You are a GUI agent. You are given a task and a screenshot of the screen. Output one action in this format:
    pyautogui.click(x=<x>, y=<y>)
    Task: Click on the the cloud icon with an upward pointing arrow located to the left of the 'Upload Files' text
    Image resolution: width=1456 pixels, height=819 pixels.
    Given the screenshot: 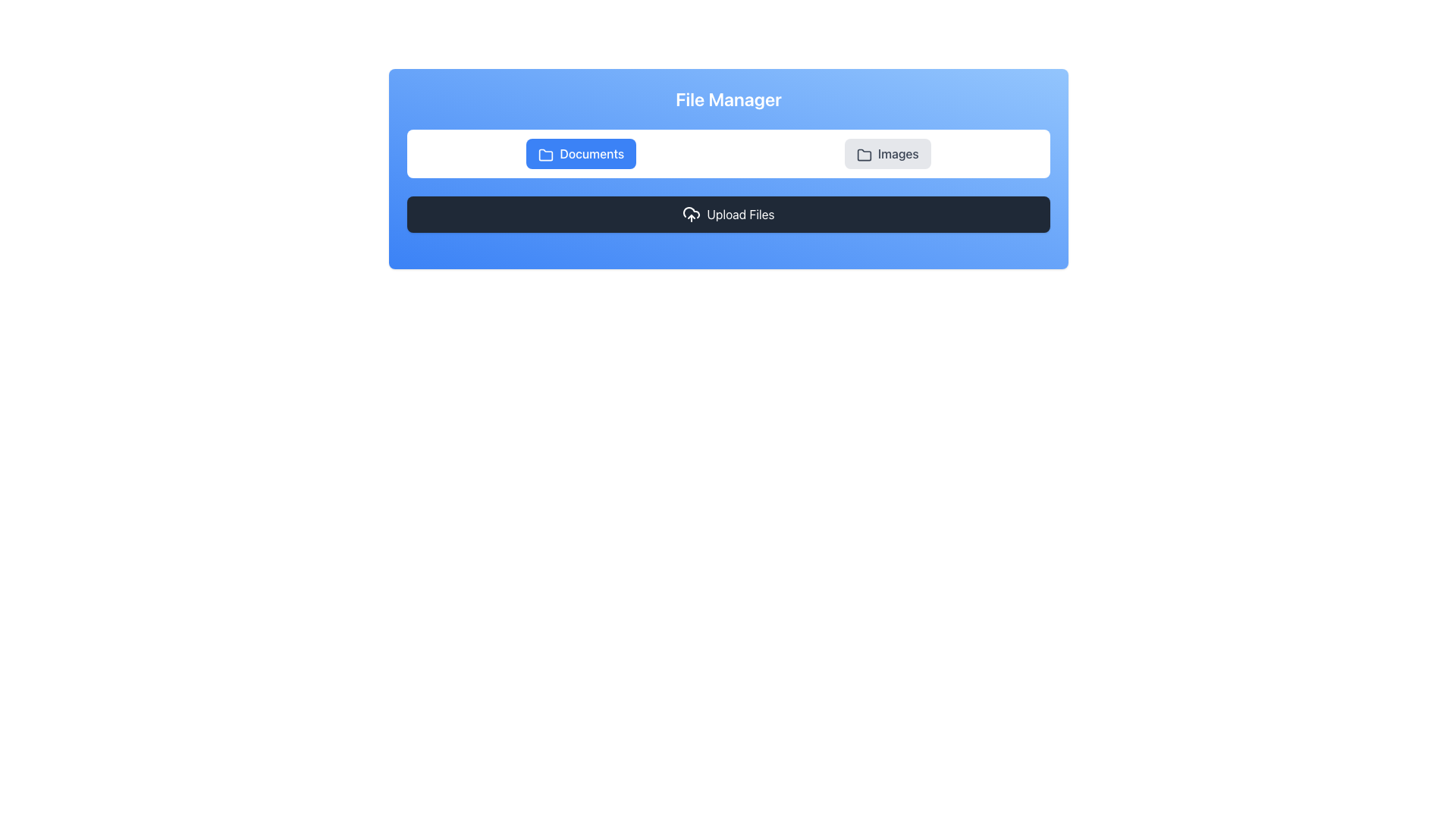 What is the action you would take?
    pyautogui.click(x=691, y=214)
    